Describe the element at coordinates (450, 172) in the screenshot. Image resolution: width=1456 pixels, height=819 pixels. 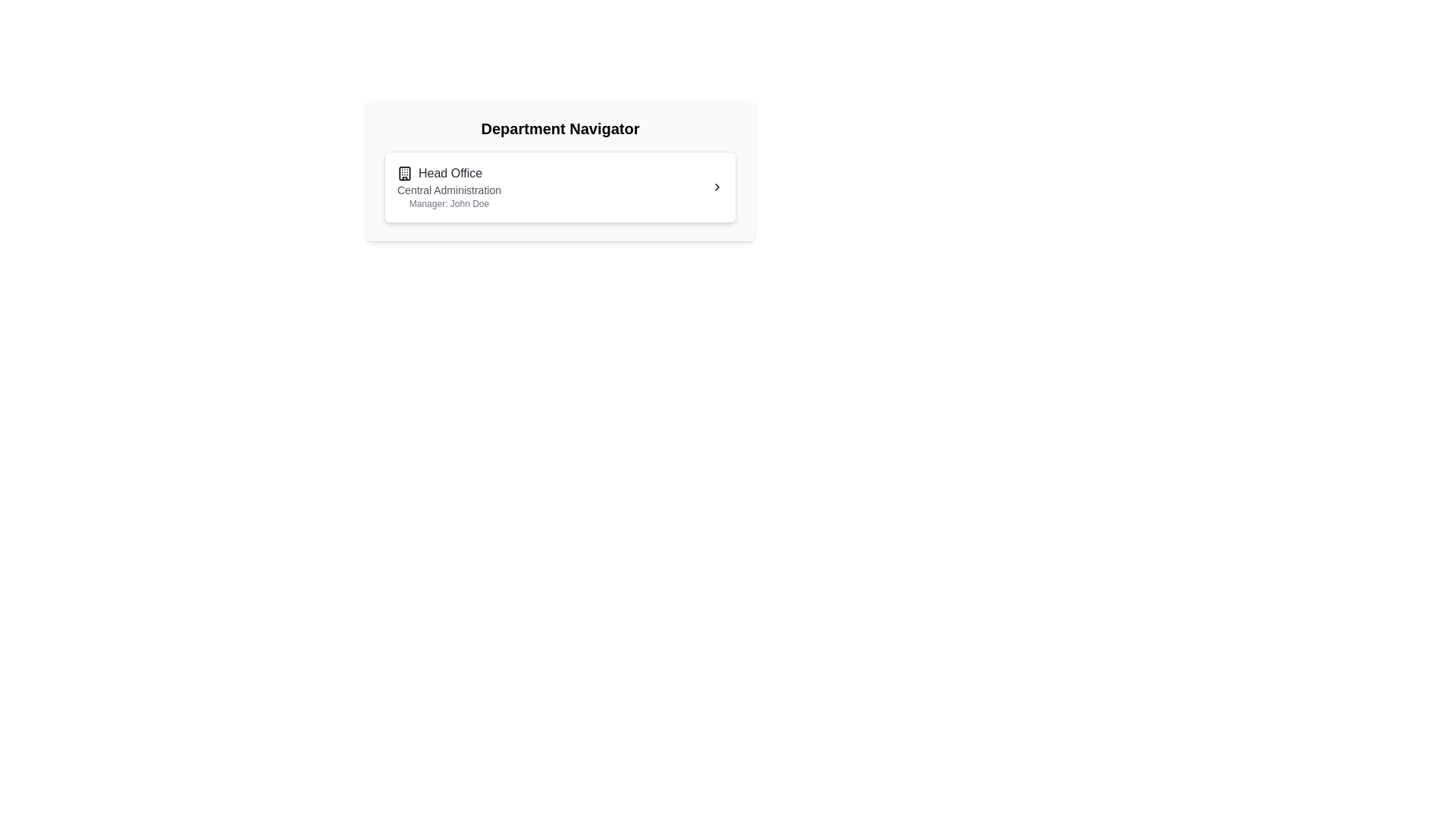
I see `the 'Head Office' text label, which is styled with a medium-weight font and dark gray color, located next to a building icon within the 'Department Navigator' section` at that location.